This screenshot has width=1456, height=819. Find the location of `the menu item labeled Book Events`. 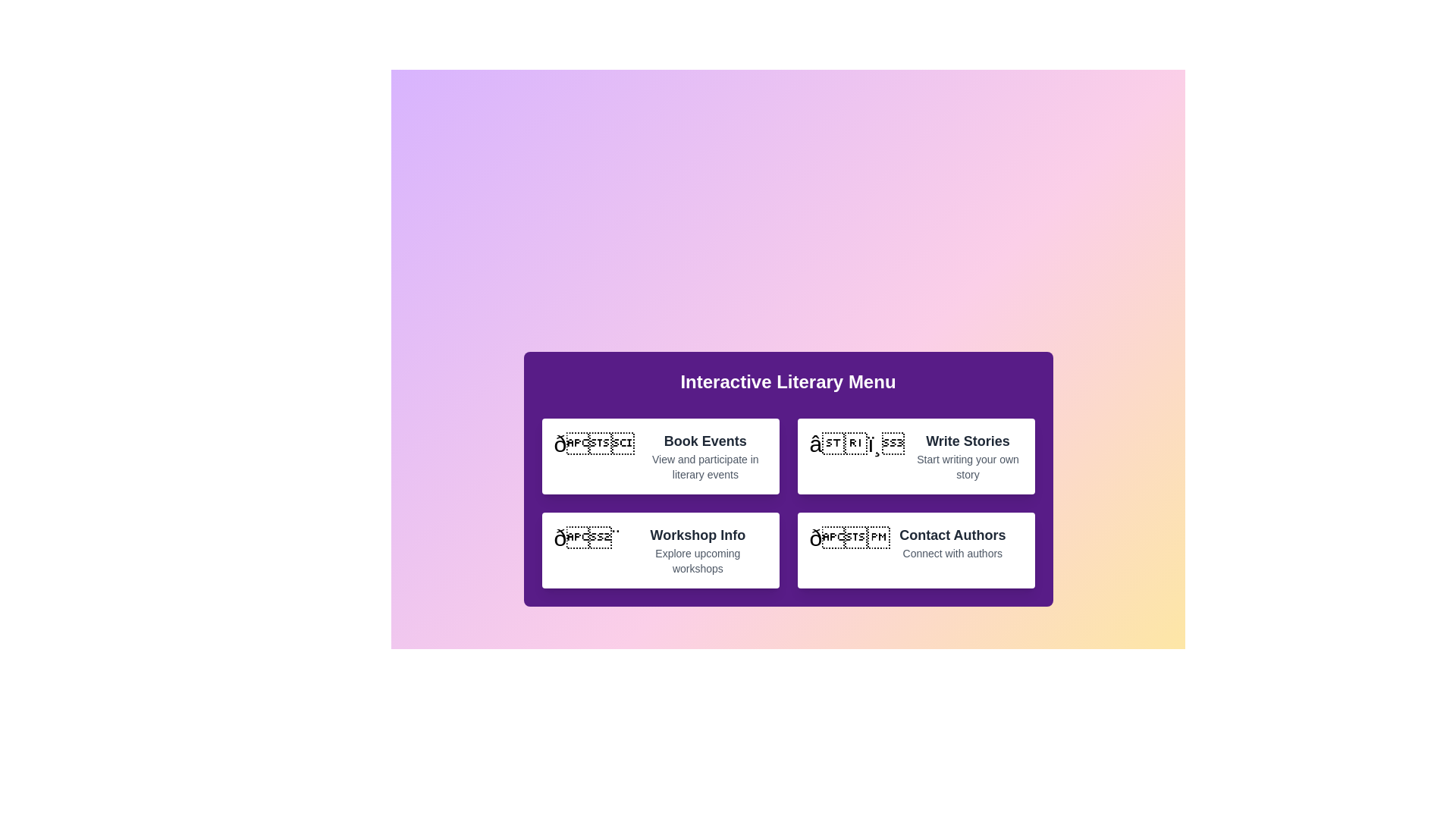

the menu item labeled Book Events is located at coordinates (660, 455).